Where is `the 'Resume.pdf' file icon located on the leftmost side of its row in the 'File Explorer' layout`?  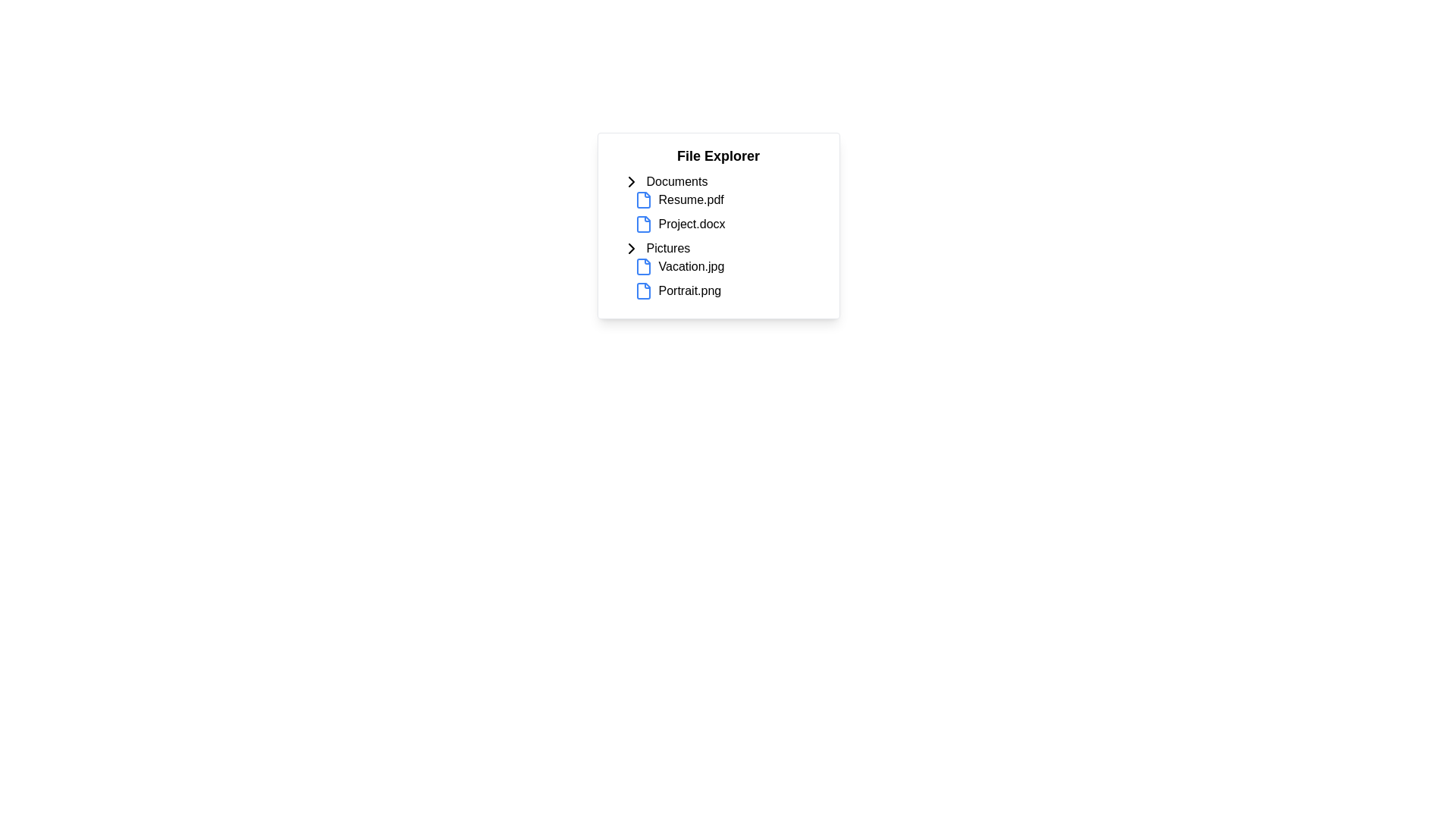
the 'Resume.pdf' file icon located on the leftmost side of its row in the 'File Explorer' layout is located at coordinates (643, 199).